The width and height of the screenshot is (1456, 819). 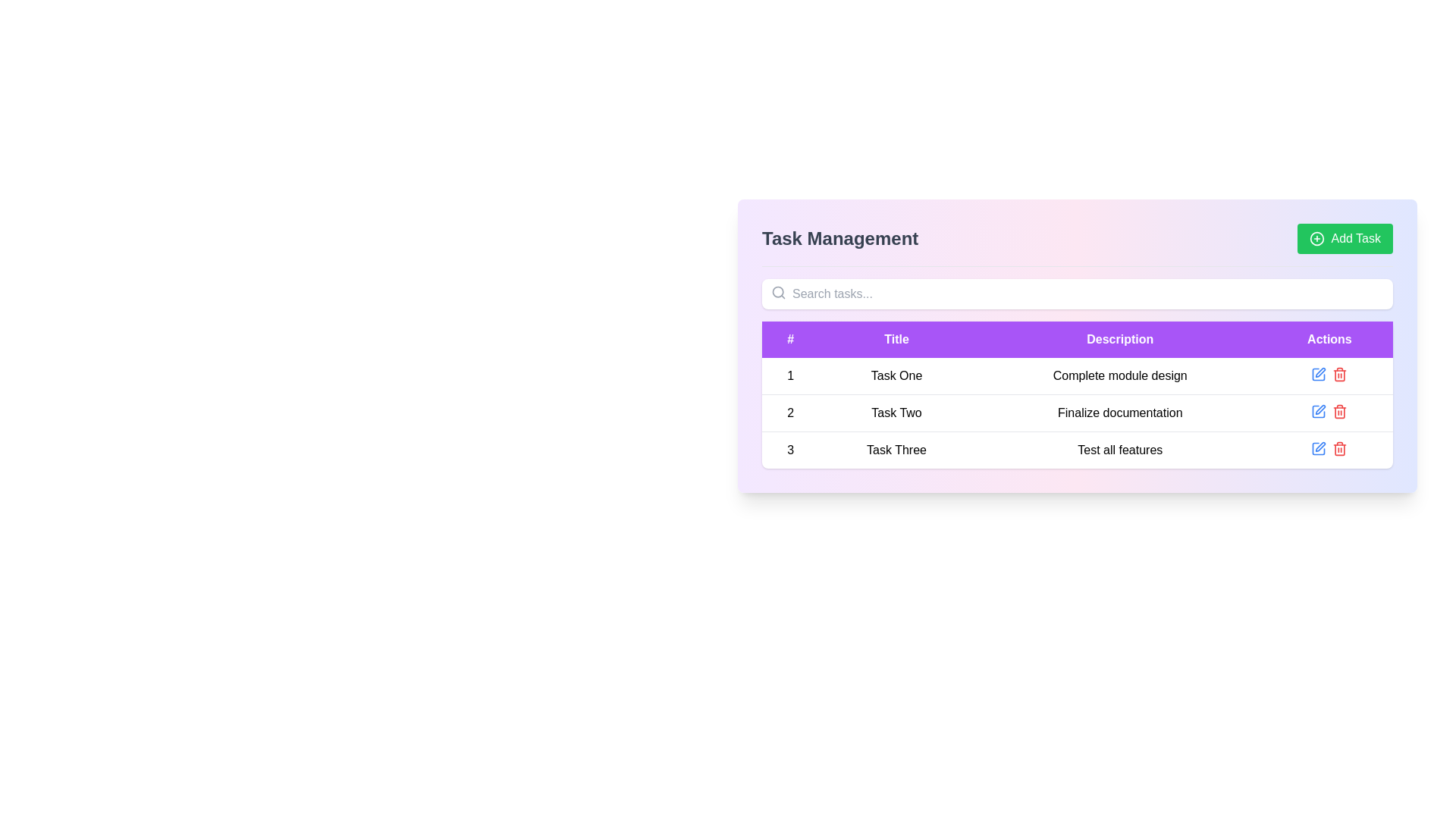 What do you see at coordinates (1318, 447) in the screenshot?
I see `the square shape within the SVG icon representing an editing tool, located in the third row of actions under the 'Actions' column next to 'Task Three'` at bounding box center [1318, 447].